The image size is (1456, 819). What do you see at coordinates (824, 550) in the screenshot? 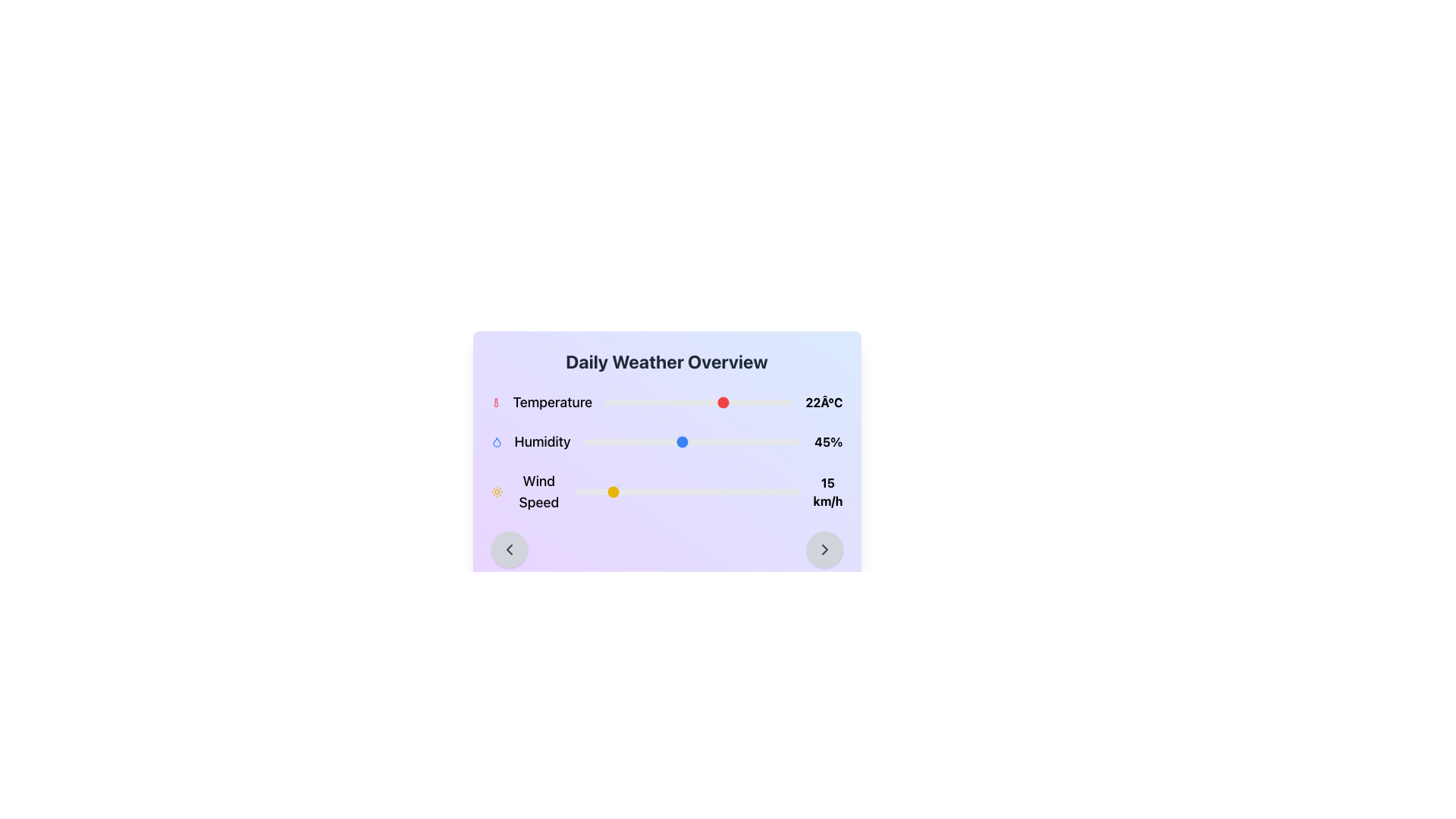
I see `the rightward-facing red arrow icon located in the bottom-right corner of the 'Daily Weather Overview' card` at bounding box center [824, 550].